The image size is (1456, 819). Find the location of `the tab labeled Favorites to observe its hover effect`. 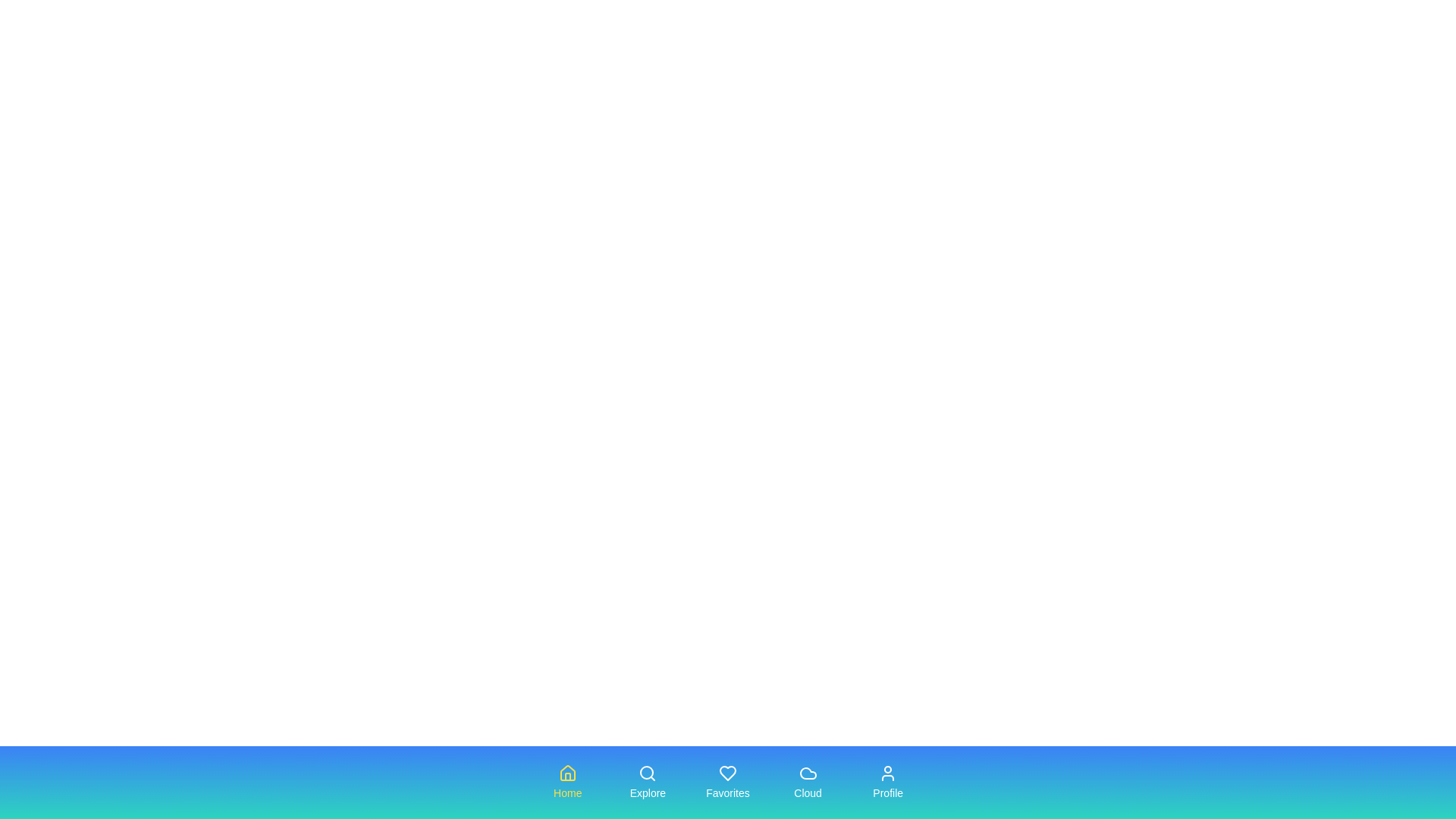

the tab labeled Favorites to observe its hover effect is located at coordinates (728, 783).